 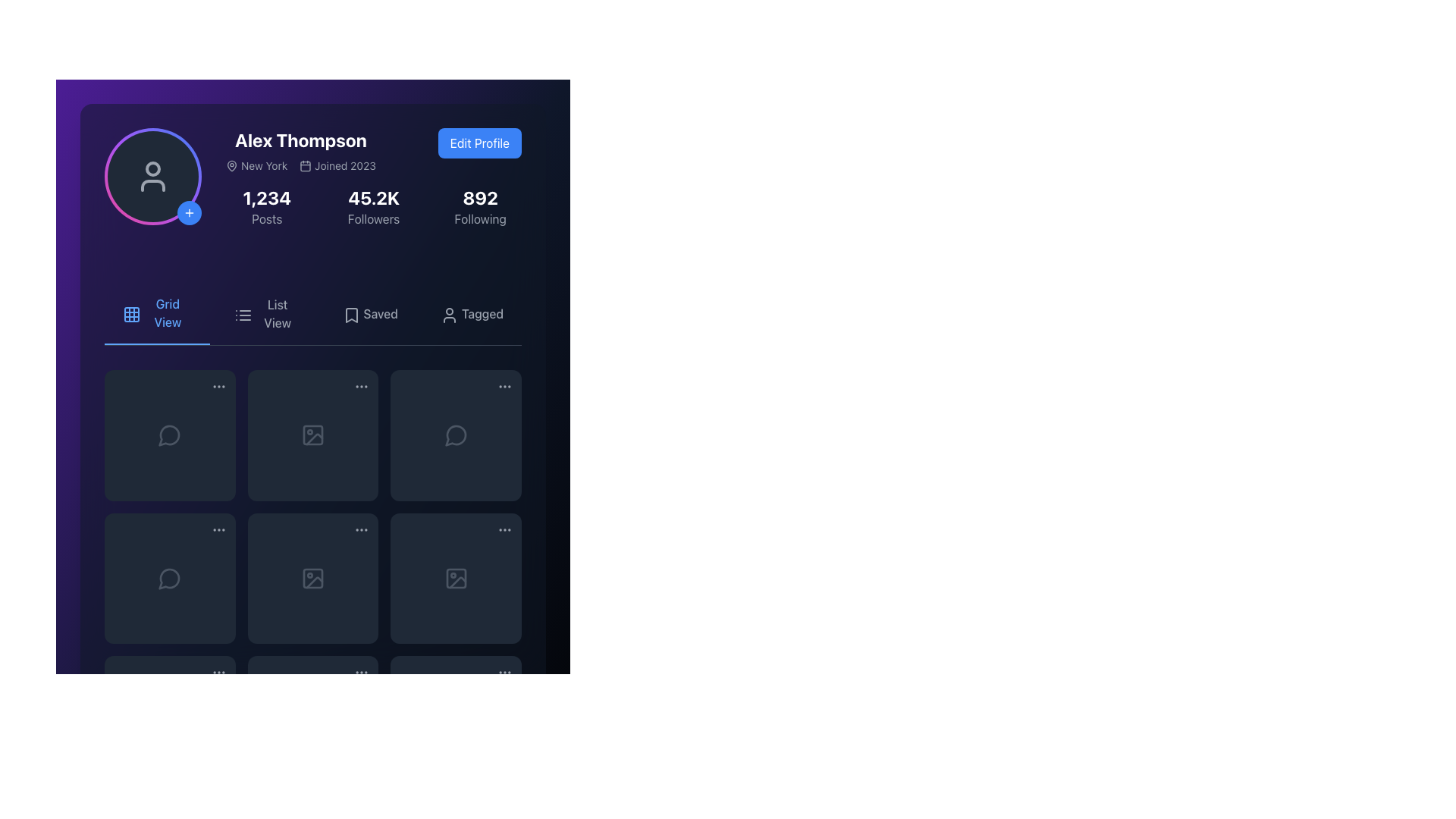 I want to click on the bookmark icon located in the navigation bar beside the 'Saved' label, so click(x=350, y=315).